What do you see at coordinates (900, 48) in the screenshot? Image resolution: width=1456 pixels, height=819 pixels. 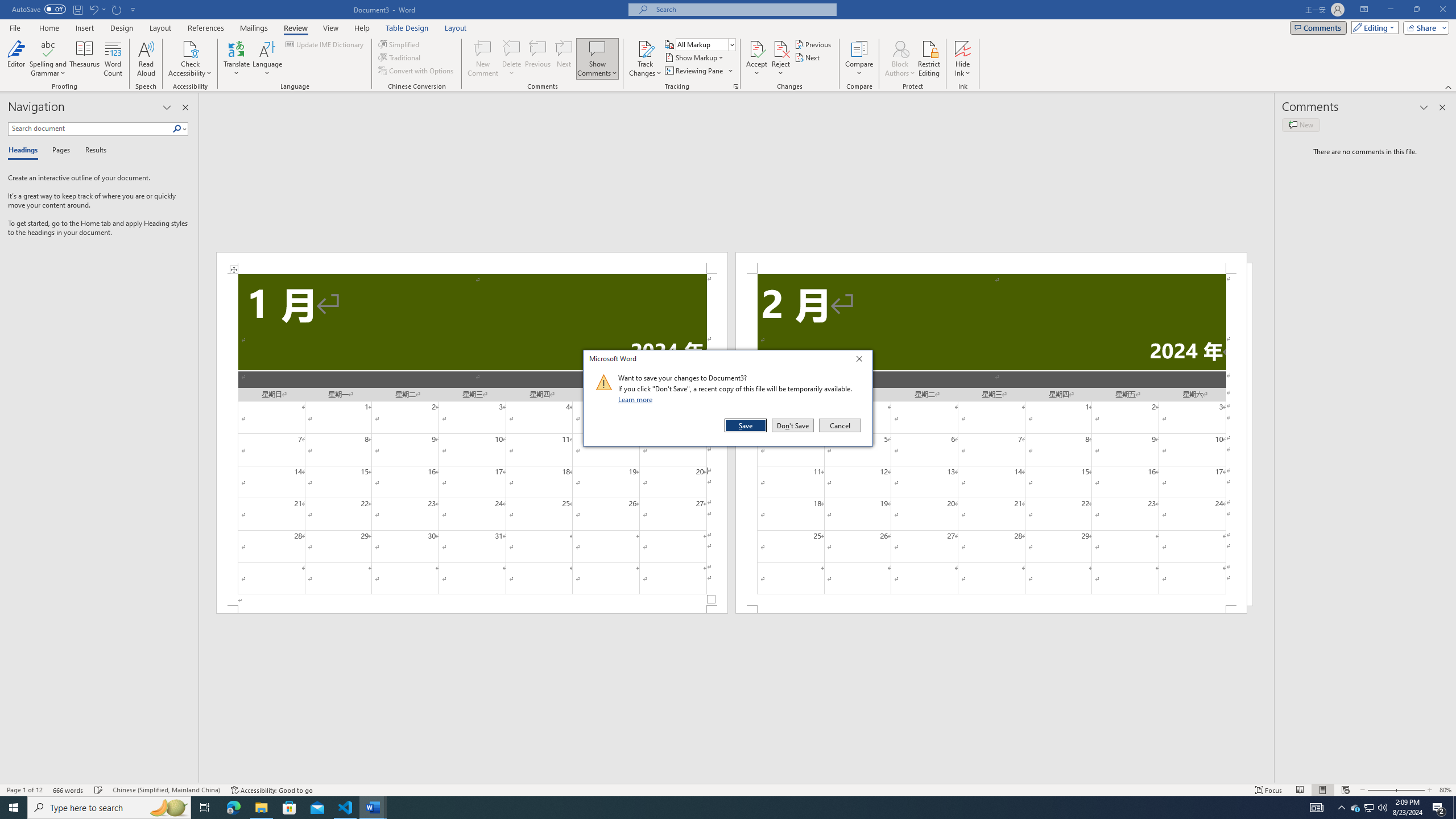 I see `'Block Authors'` at bounding box center [900, 48].